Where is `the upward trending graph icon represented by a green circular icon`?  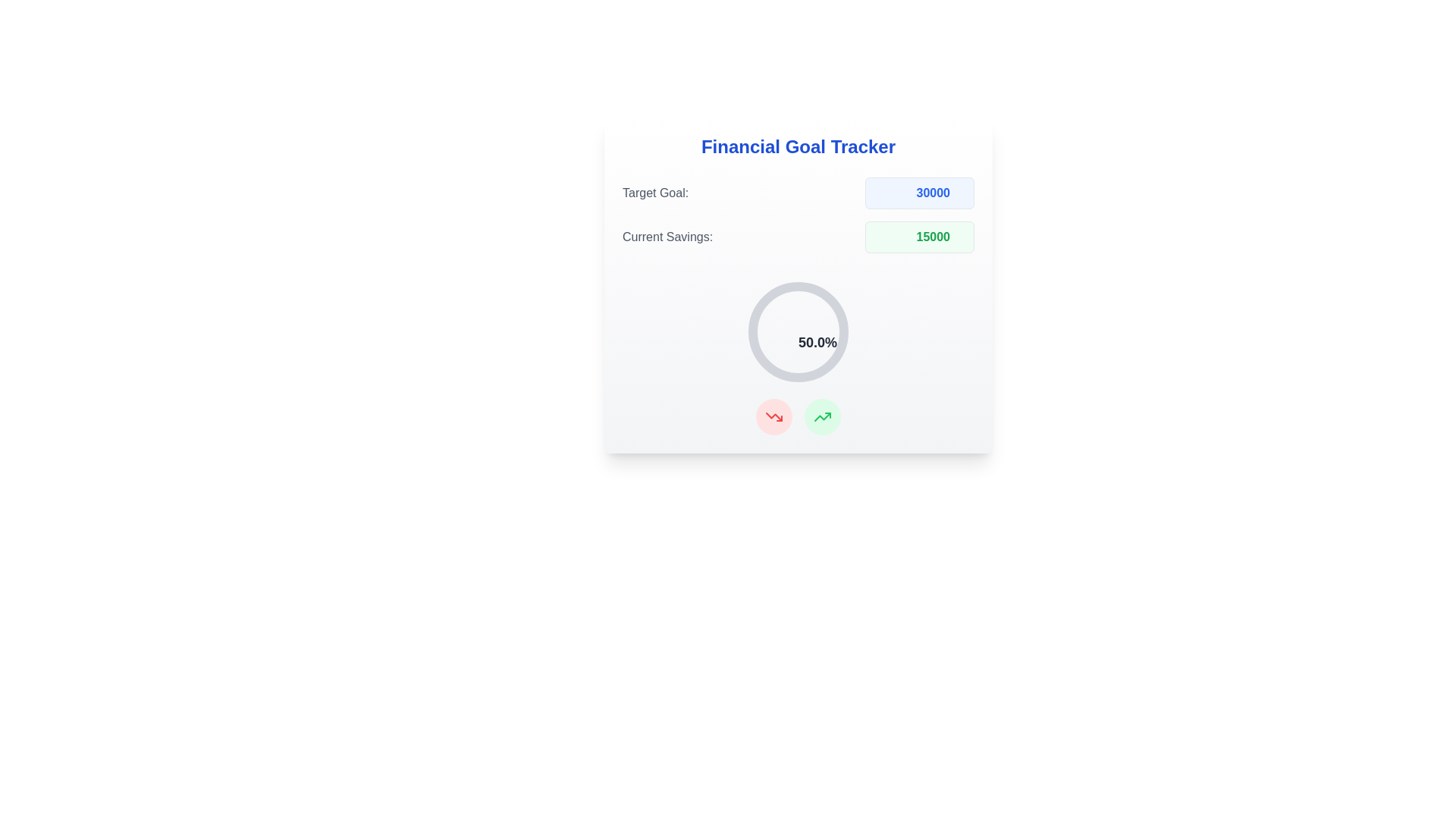 the upward trending graph icon represented by a green circular icon is located at coordinates (821, 417).